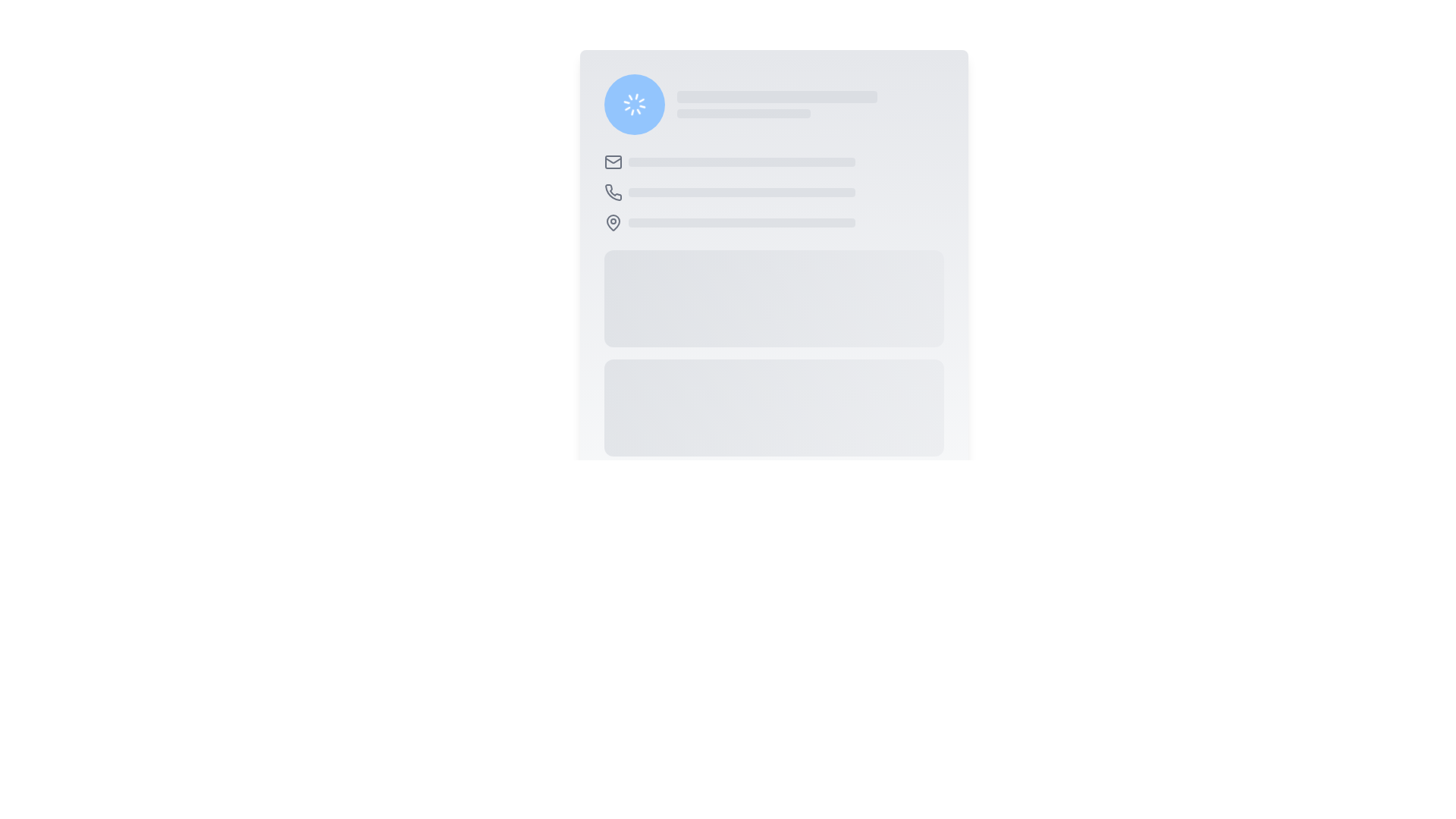 This screenshot has width=1456, height=819. I want to click on SVG rectangle element that forms the body of the mail envelope icon for debugging purposes, so click(613, 162).